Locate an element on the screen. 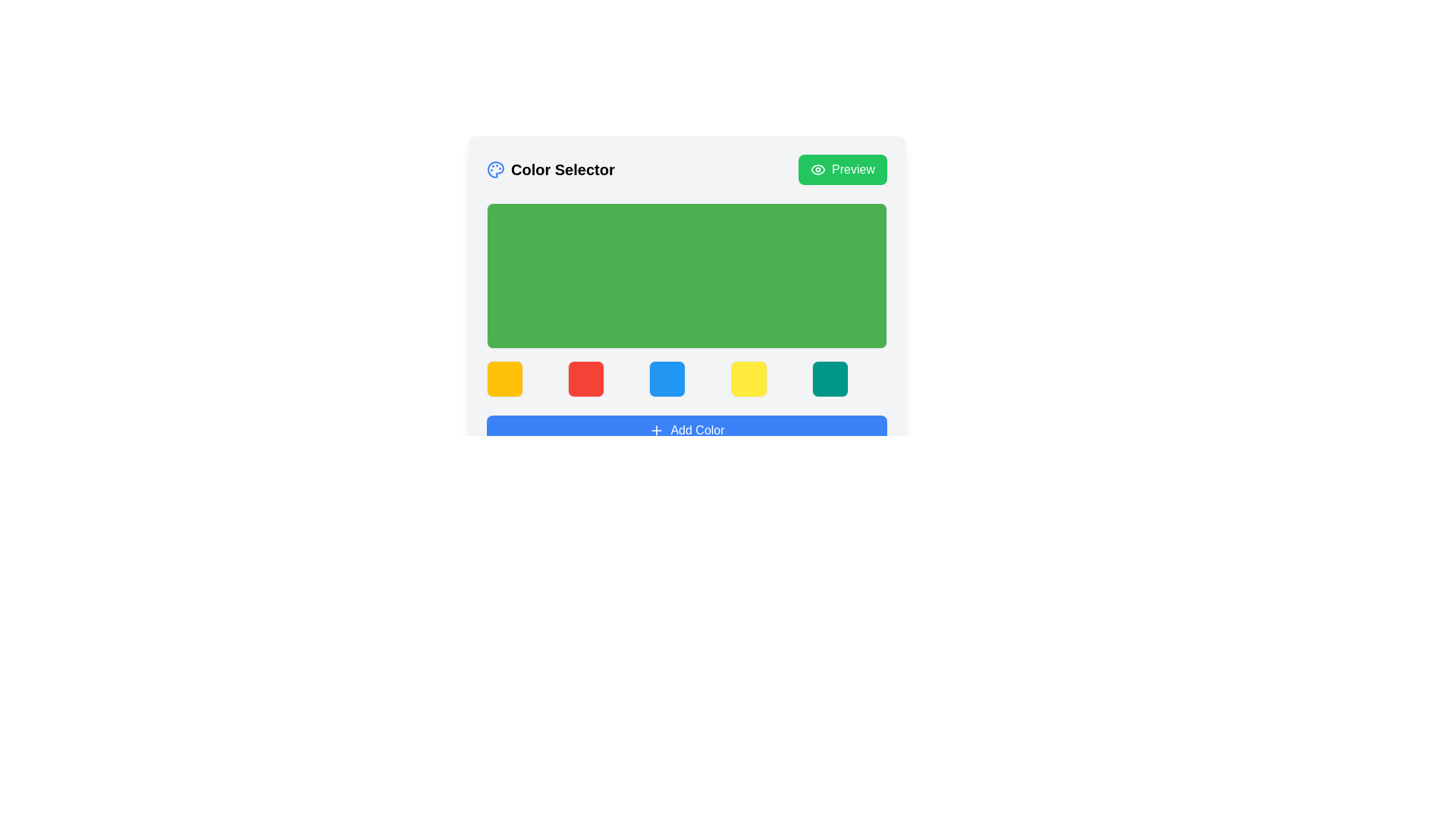 This screenshot has height=819, width=1456. the add icon located to the left of the 'Add Color' text within the blue button at the bottom-center of the interface is located at coordinates (657, 430).